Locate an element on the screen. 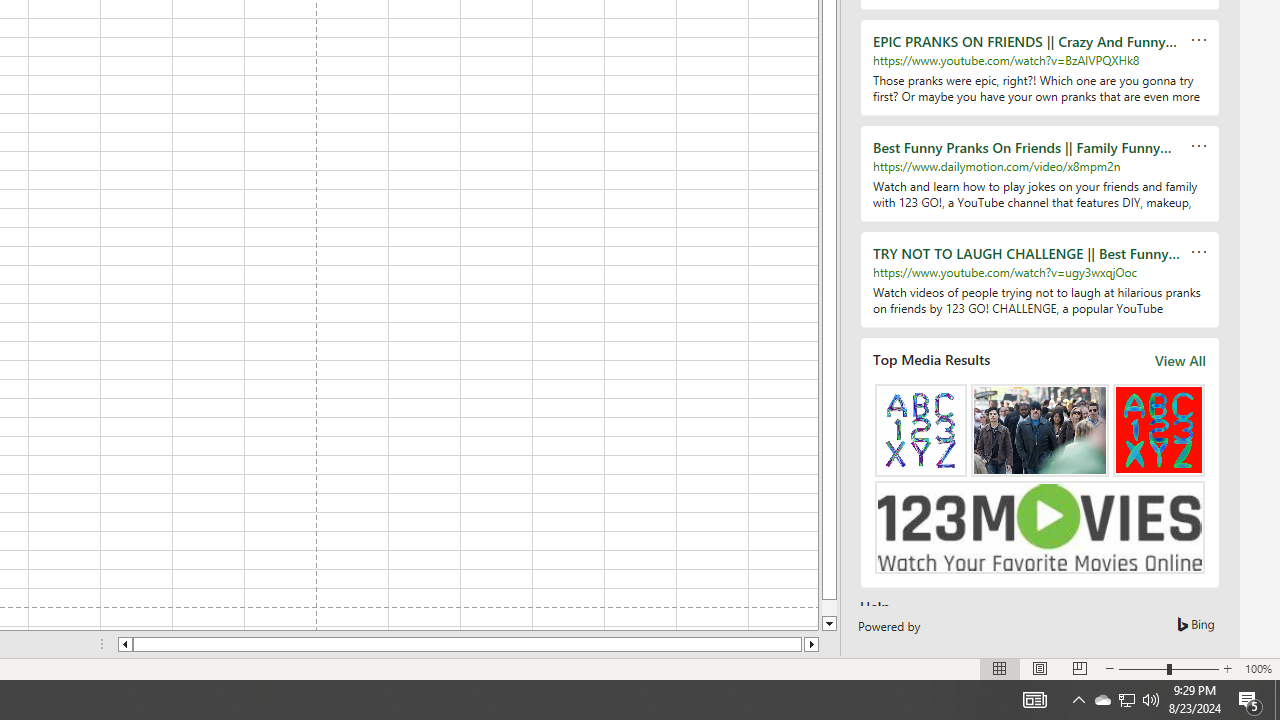 Image resolution: width=1280 pixels, height=720 pixels. 'Normal' is located at coordinates (1000, 669).